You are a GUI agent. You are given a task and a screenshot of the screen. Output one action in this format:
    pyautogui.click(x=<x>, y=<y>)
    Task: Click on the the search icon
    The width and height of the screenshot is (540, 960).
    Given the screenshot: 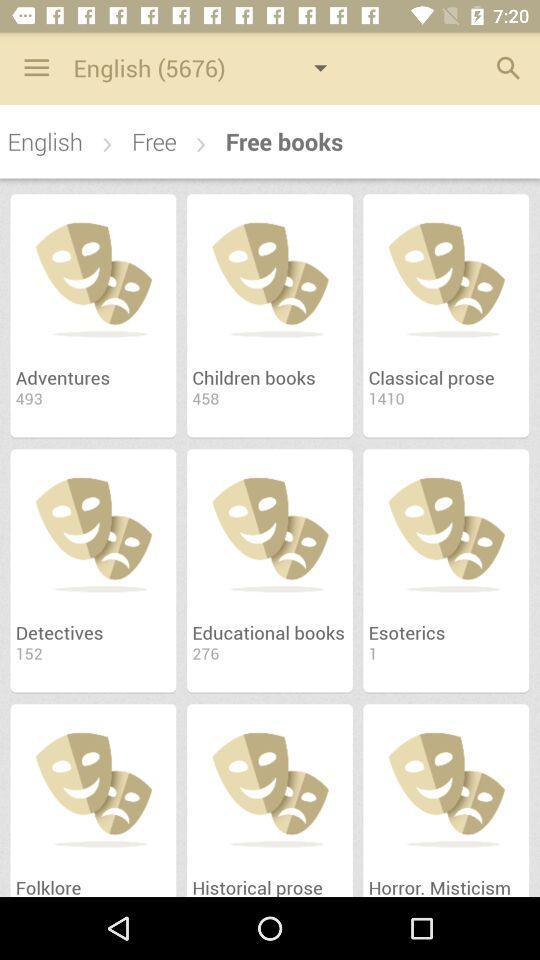 What is the action you would take?
    pyautogui.click(x=502, y=68)
    